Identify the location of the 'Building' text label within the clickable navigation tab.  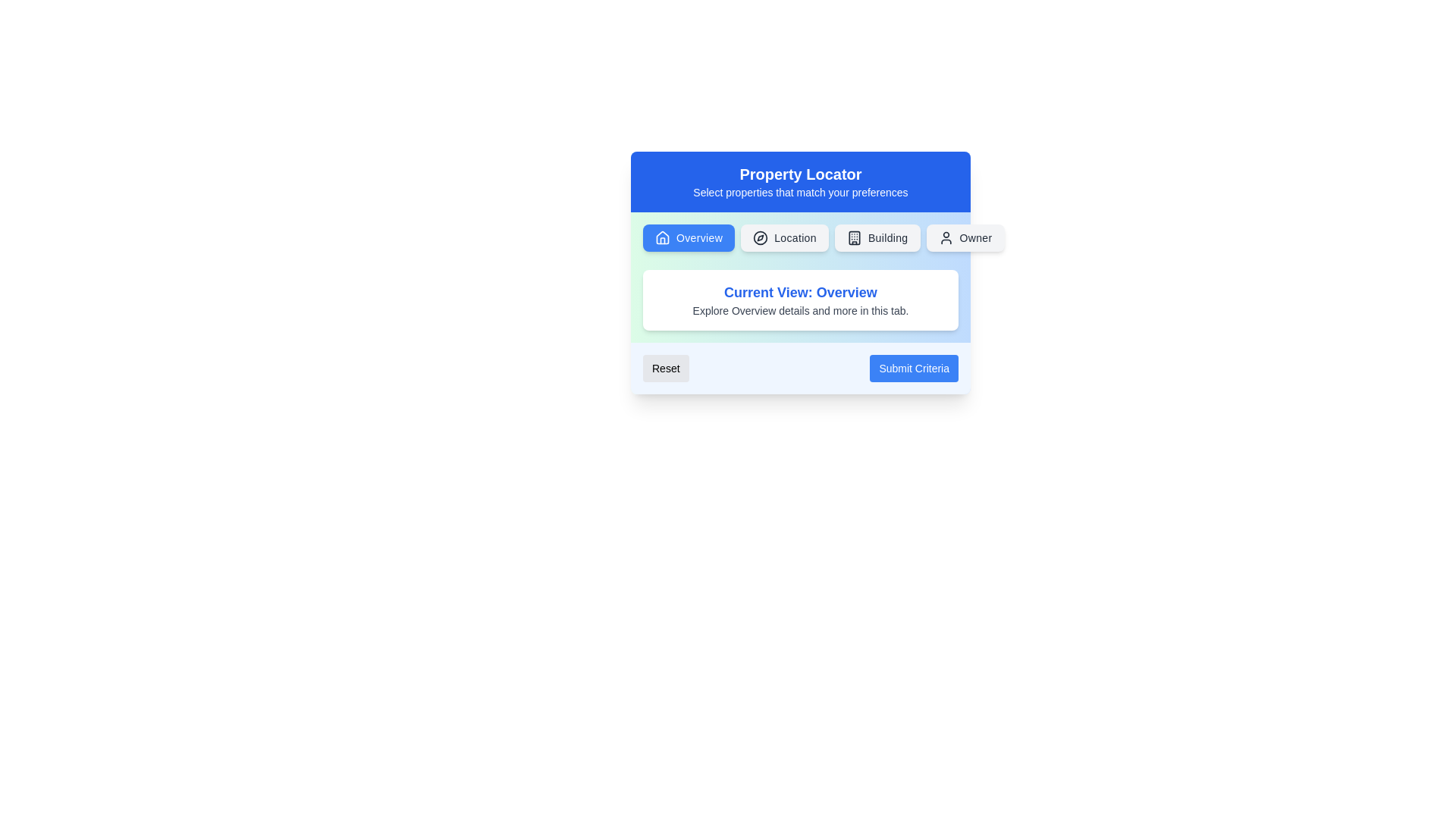
(888, 237).